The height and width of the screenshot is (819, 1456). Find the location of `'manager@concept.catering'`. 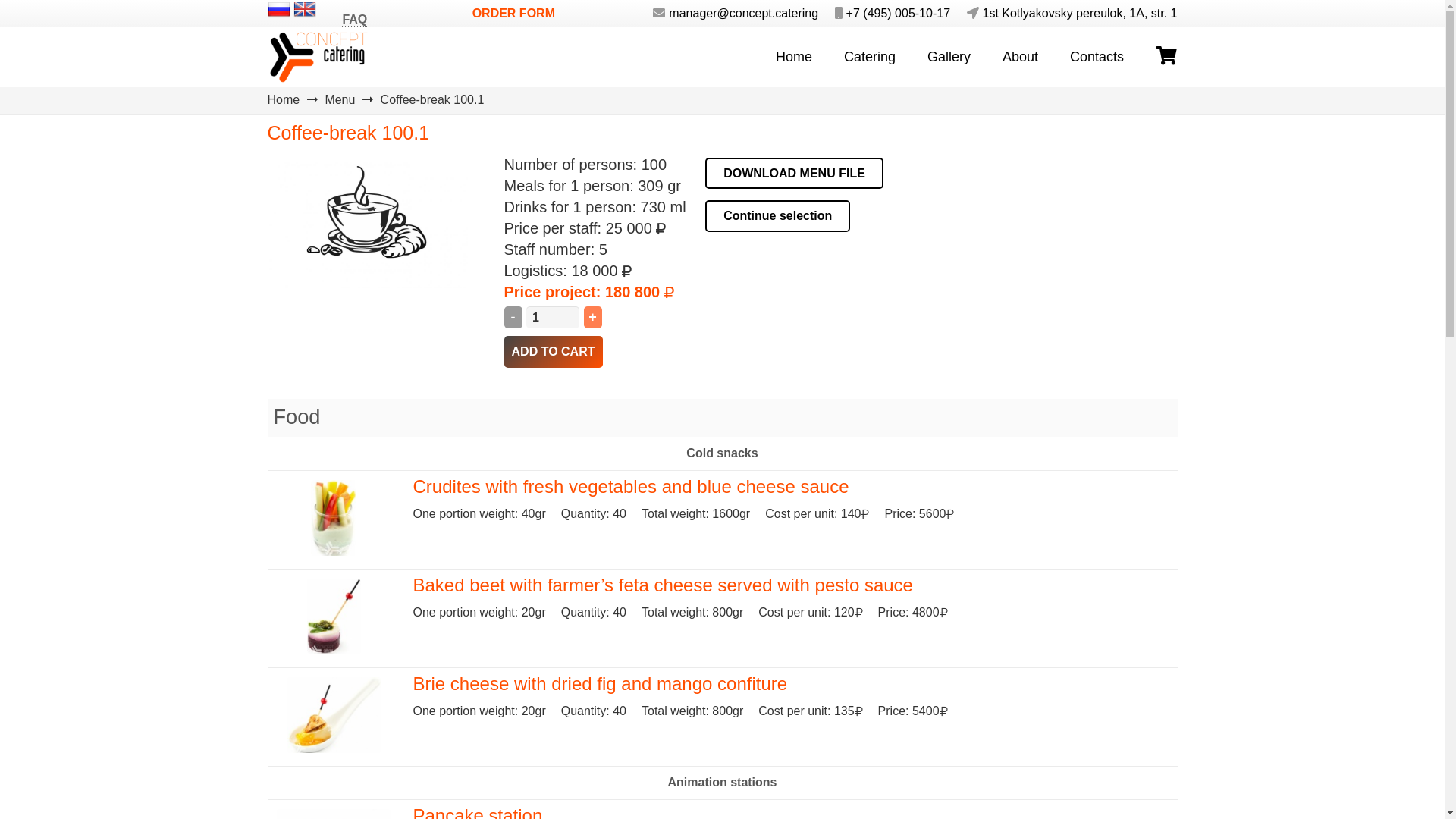

'manager@concept.catering' is located at coordinates (729, 12).